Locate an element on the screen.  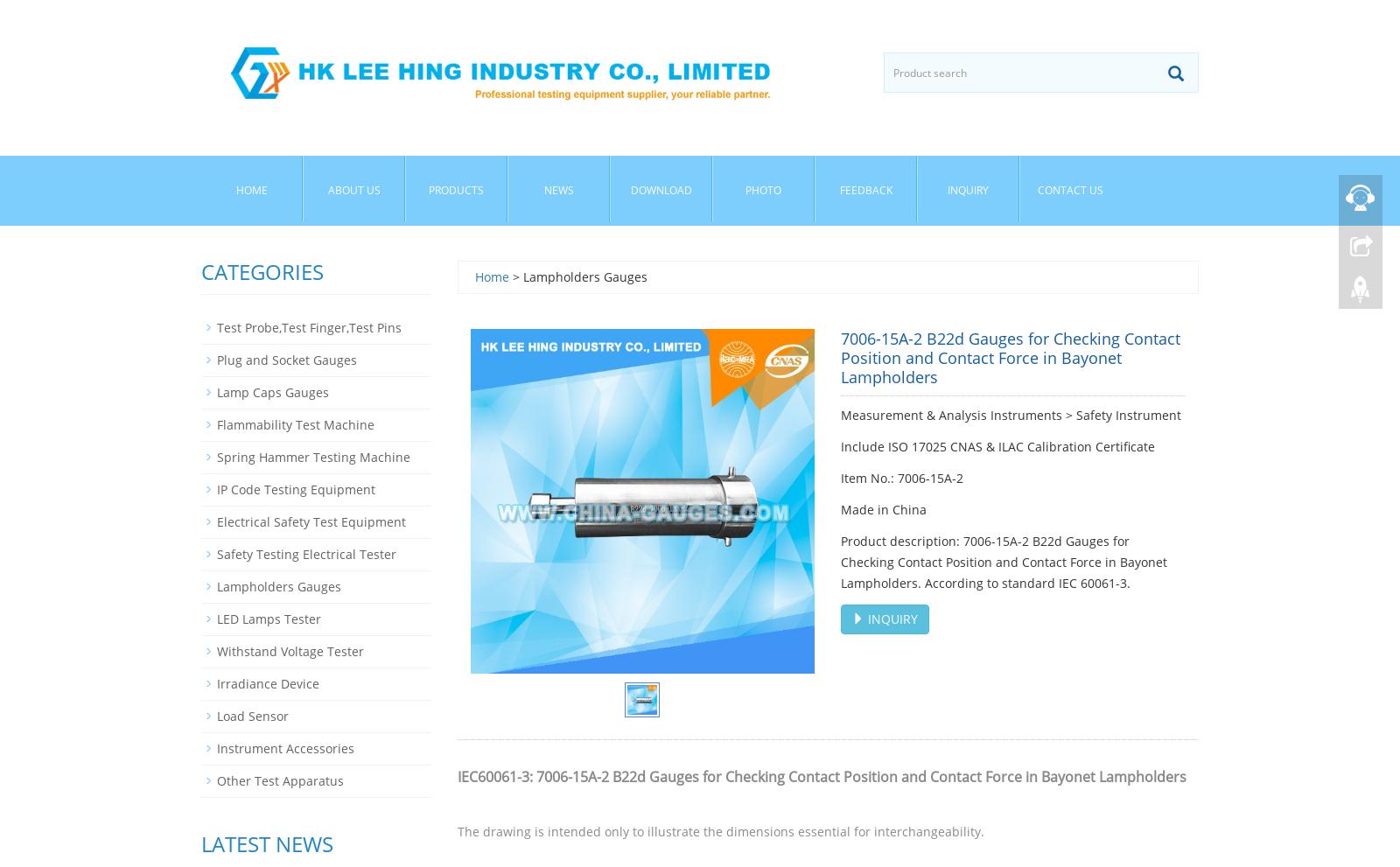
'Other Test Apparatus' is located at coordinates (280, 780).